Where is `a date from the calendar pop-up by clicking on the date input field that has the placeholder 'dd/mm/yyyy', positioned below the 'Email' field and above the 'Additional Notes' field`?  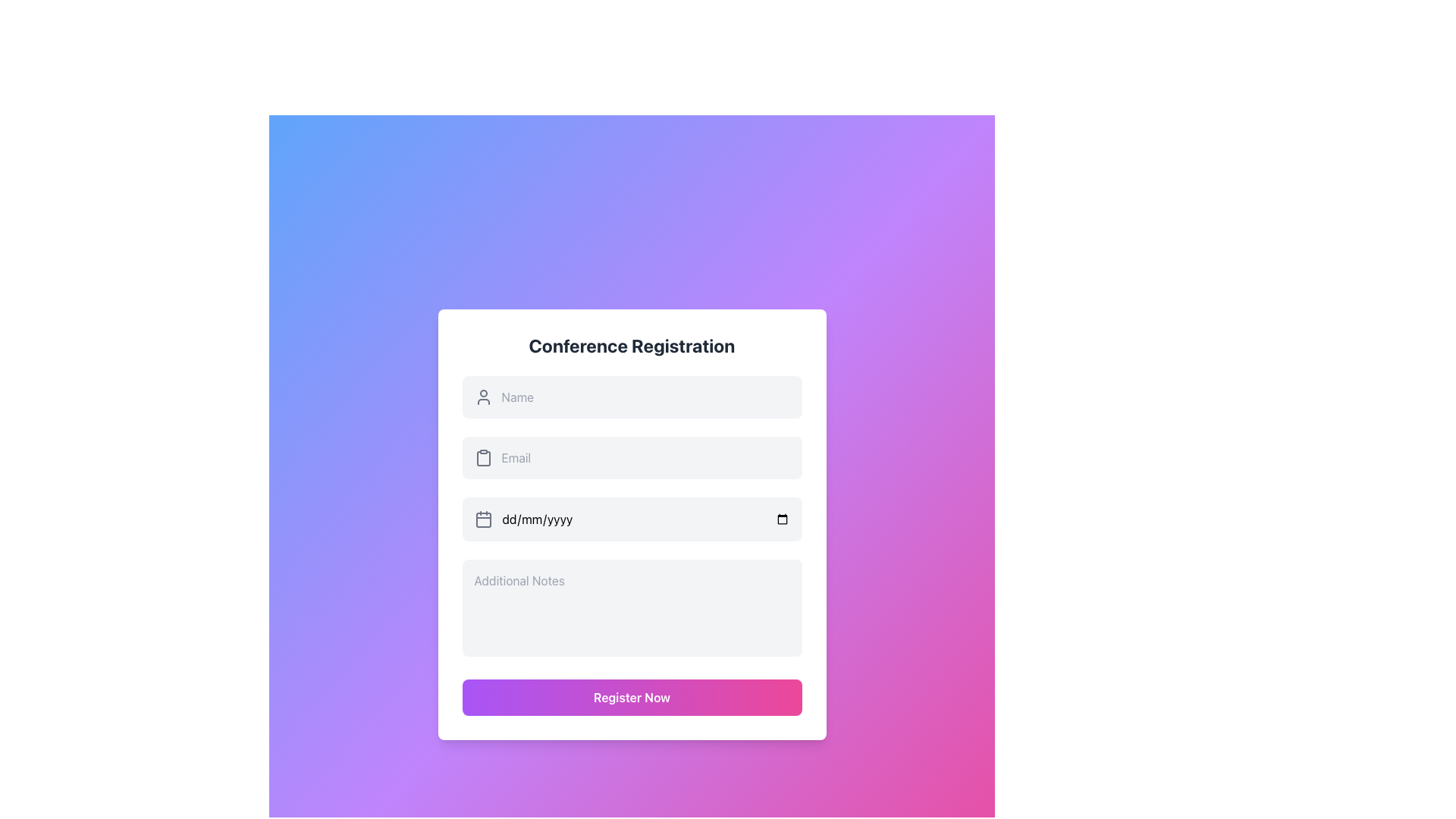
a date from the calendar pop-up by clicking on the date input field that has the placeholder 'dd/mm/yyyy', positioned below the 'Email' field and above the 'Additional Notes' field is located at coordinates (645, 519).